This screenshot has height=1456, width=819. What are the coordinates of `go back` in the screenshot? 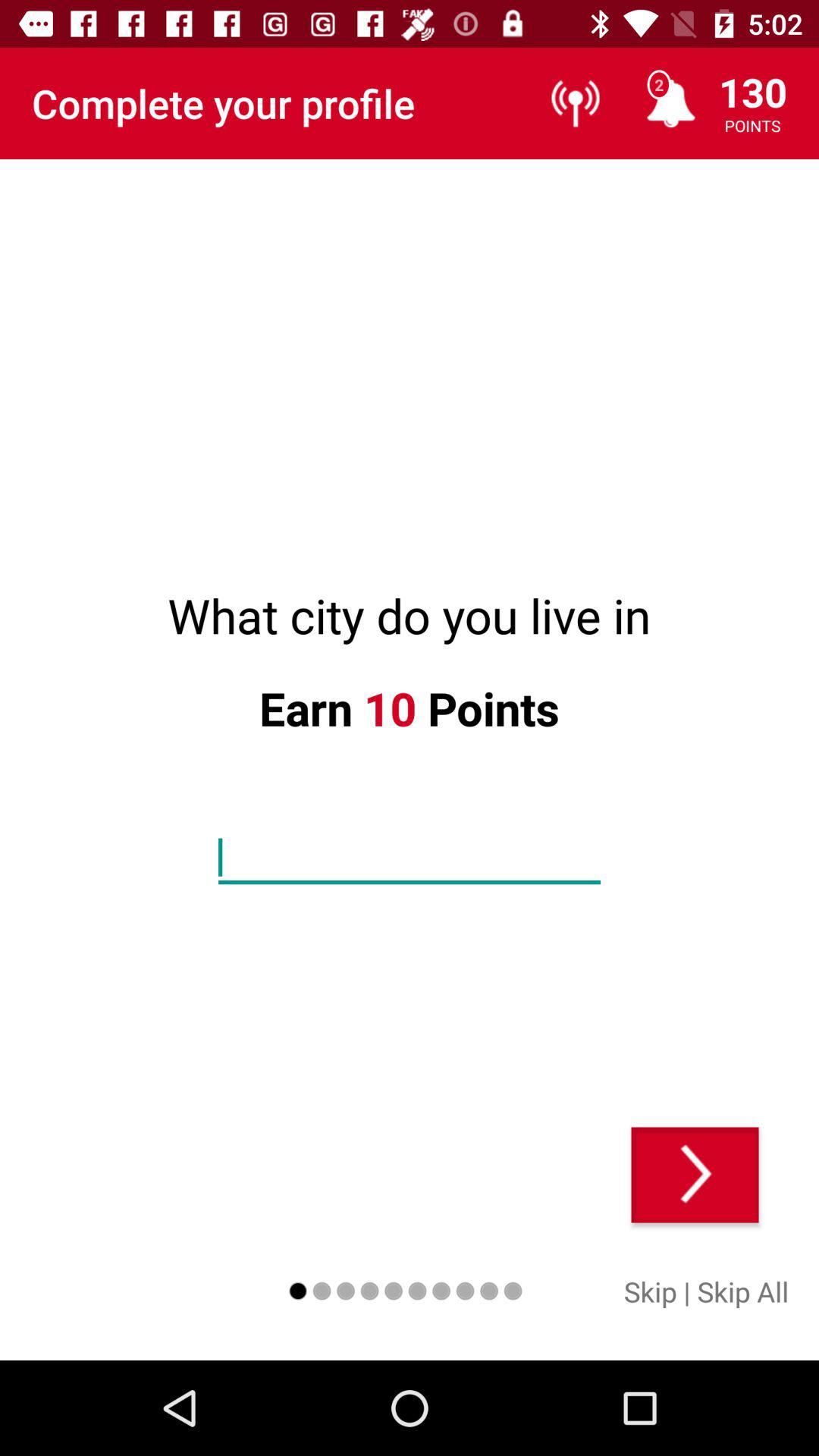 It's located at (695, 1174).